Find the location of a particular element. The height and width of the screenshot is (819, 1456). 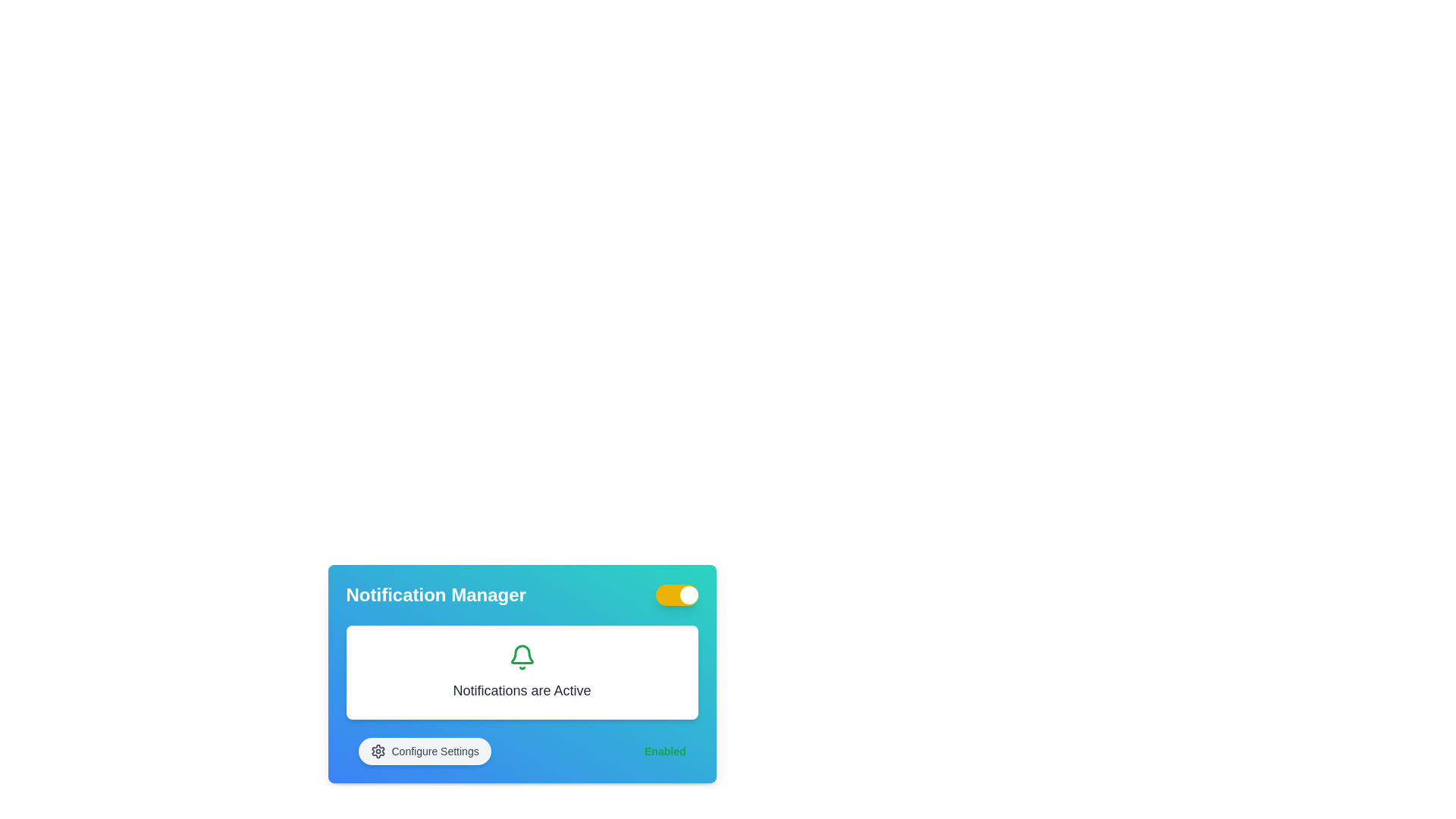

the 'Notification Manager' header with the integrated toggle switch is located at coordinates (522, 595).